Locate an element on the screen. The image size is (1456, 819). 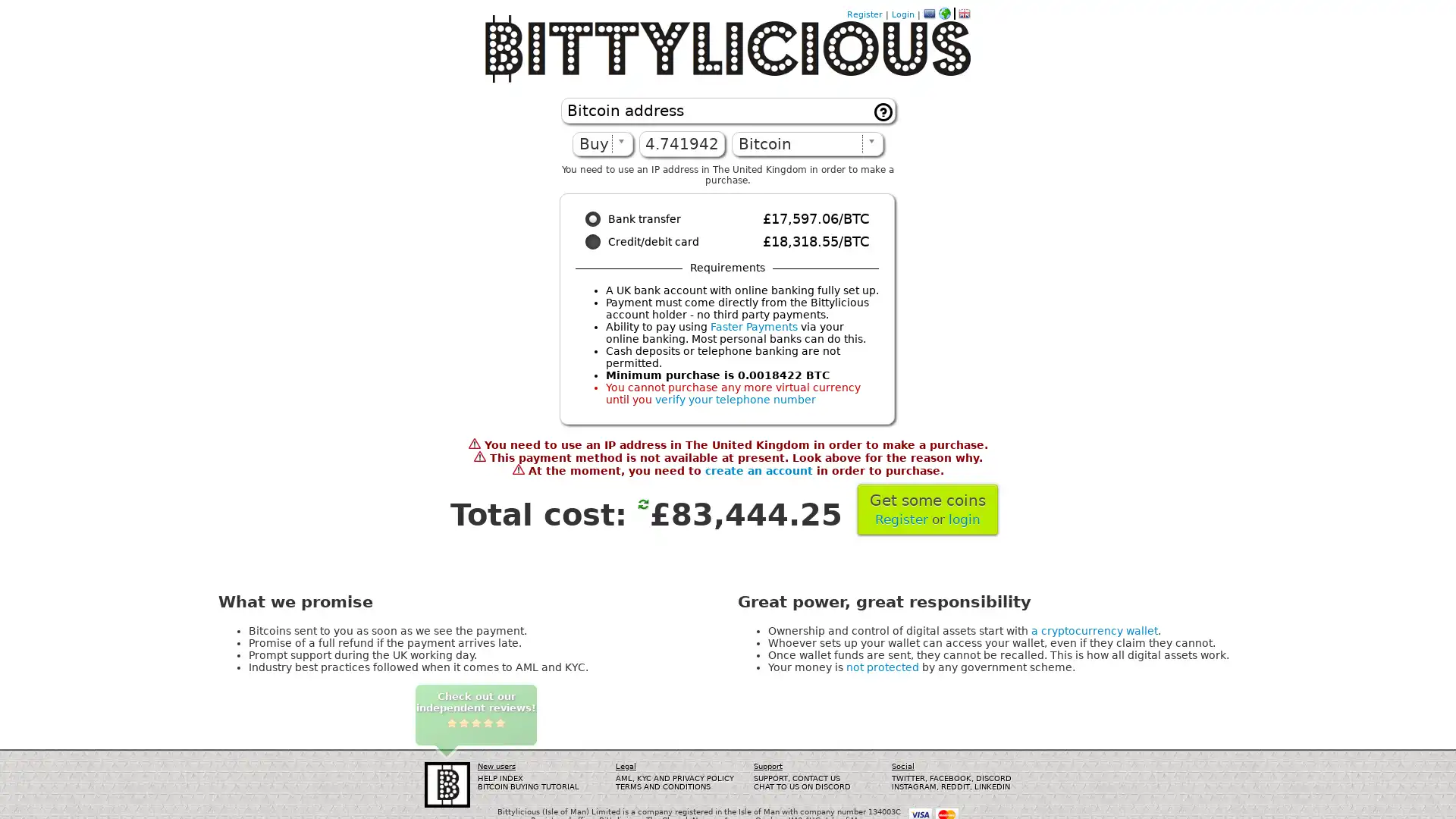
Get some coins Register or login is located at coordinates (927, 509).